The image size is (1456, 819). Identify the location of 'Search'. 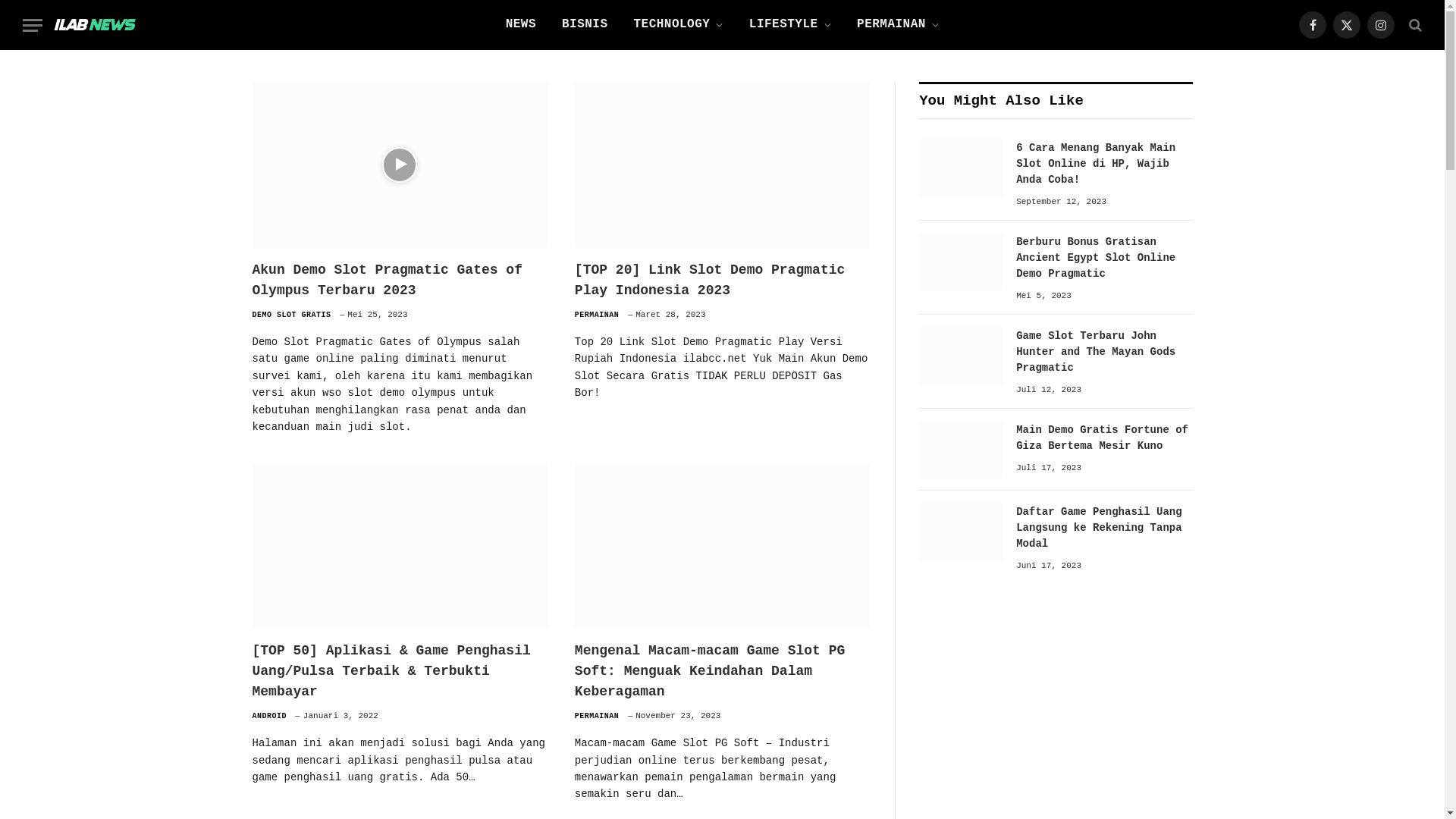
(1413, 24).